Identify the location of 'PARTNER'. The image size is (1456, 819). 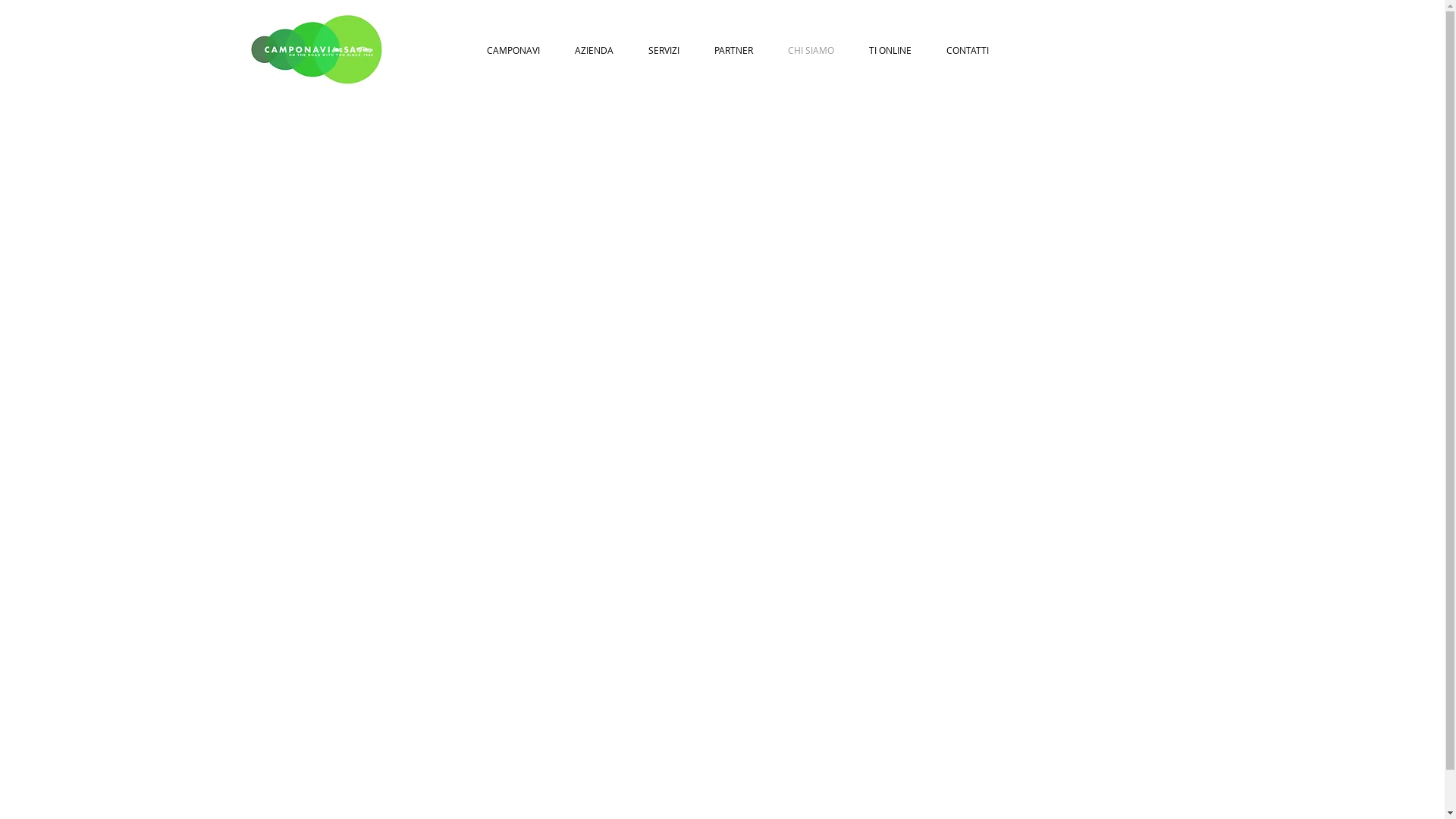
(734, 49).